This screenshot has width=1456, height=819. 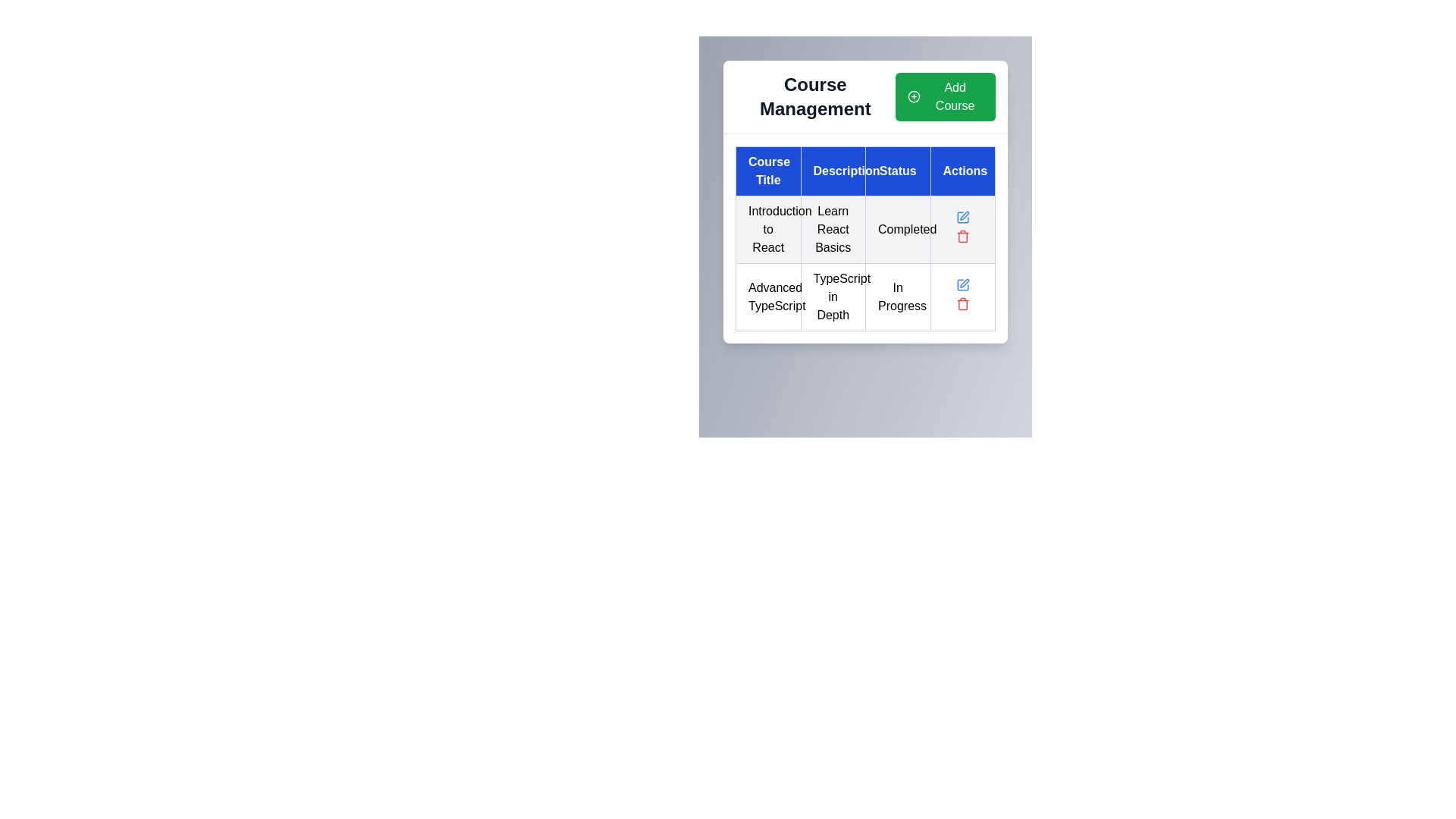 I want to click on the edit icon button located in the Actions column of the second row of the table, so click(x=964, y=283).